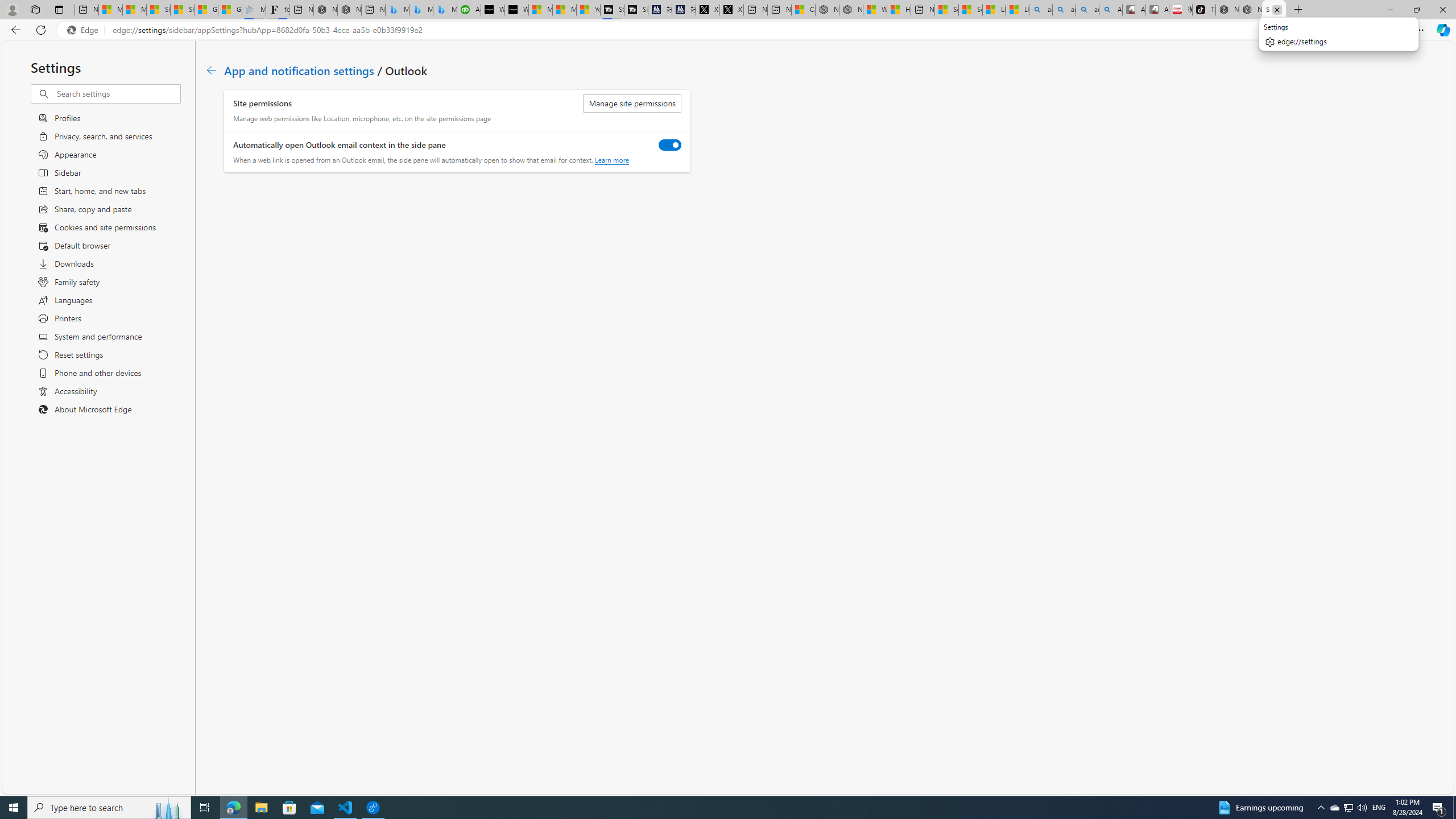 This screenshot has height=819, width=1456. Describe the element at coordinates (445, 9) in the screenshot. I see `'Microsoft Bing Travel - Shangri-La Hotel Bangkok'` at that location.